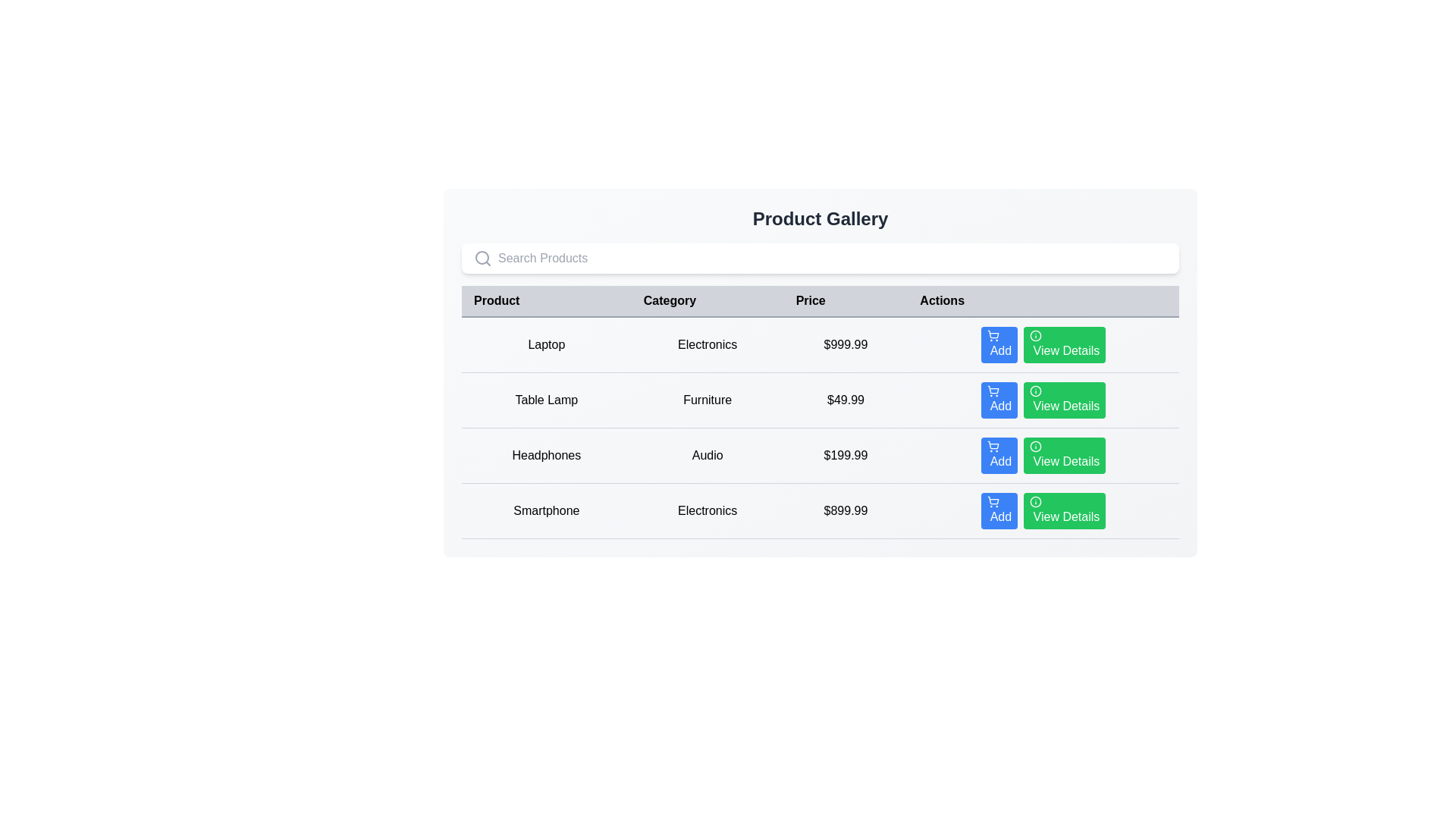  Describe the element at coordinates (1035, 502) in the screenshot. I see `the circular SVG icon within the 'View Details' button in the last row of the table` at that location.